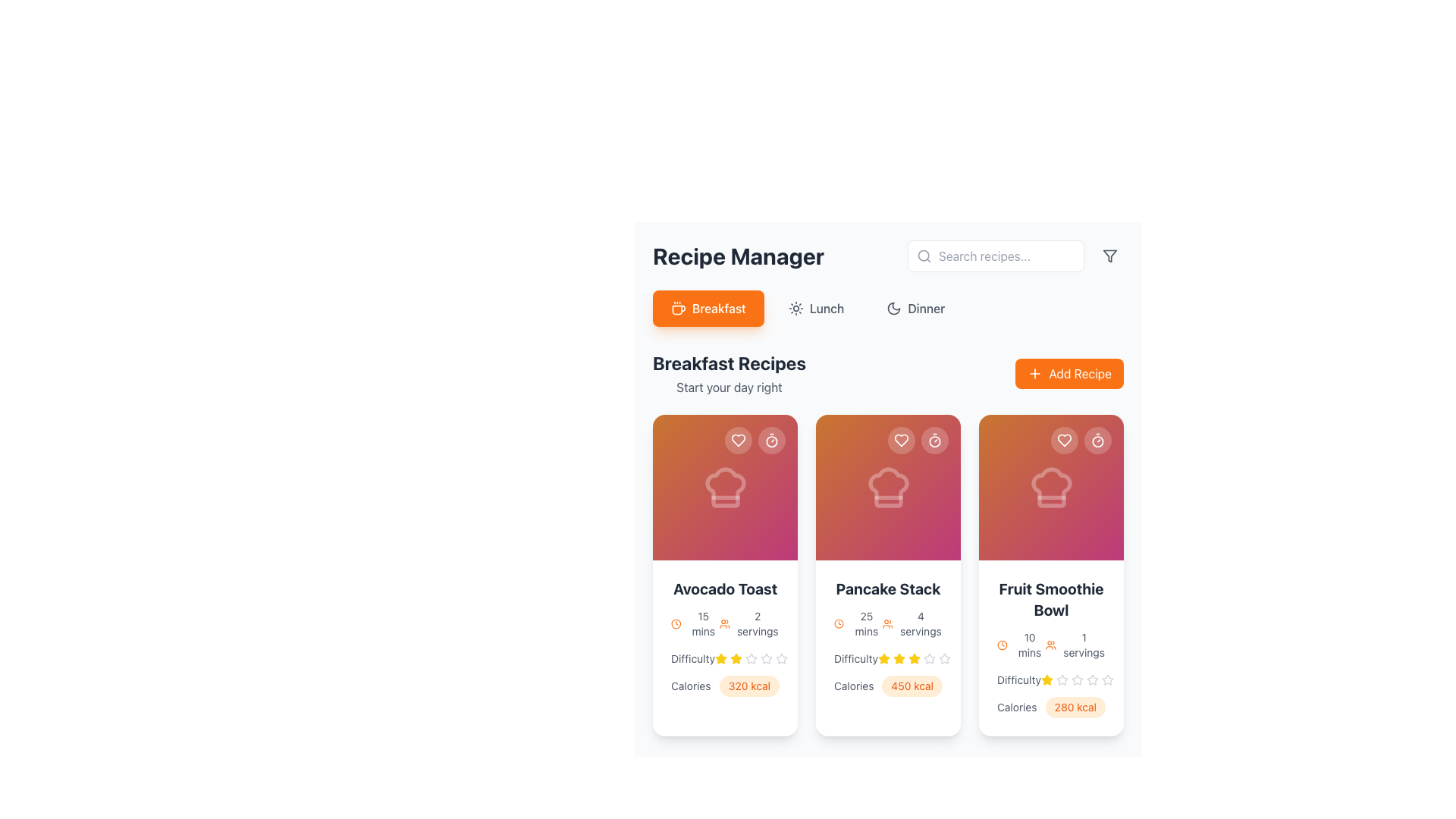  Describe the element at coordinates (749, 686) in the screenshot. I see `the pill-shaped tag displaying '320 kcal' with a soft orange background located in the 'Calories' section of the first recipe card` at that location.